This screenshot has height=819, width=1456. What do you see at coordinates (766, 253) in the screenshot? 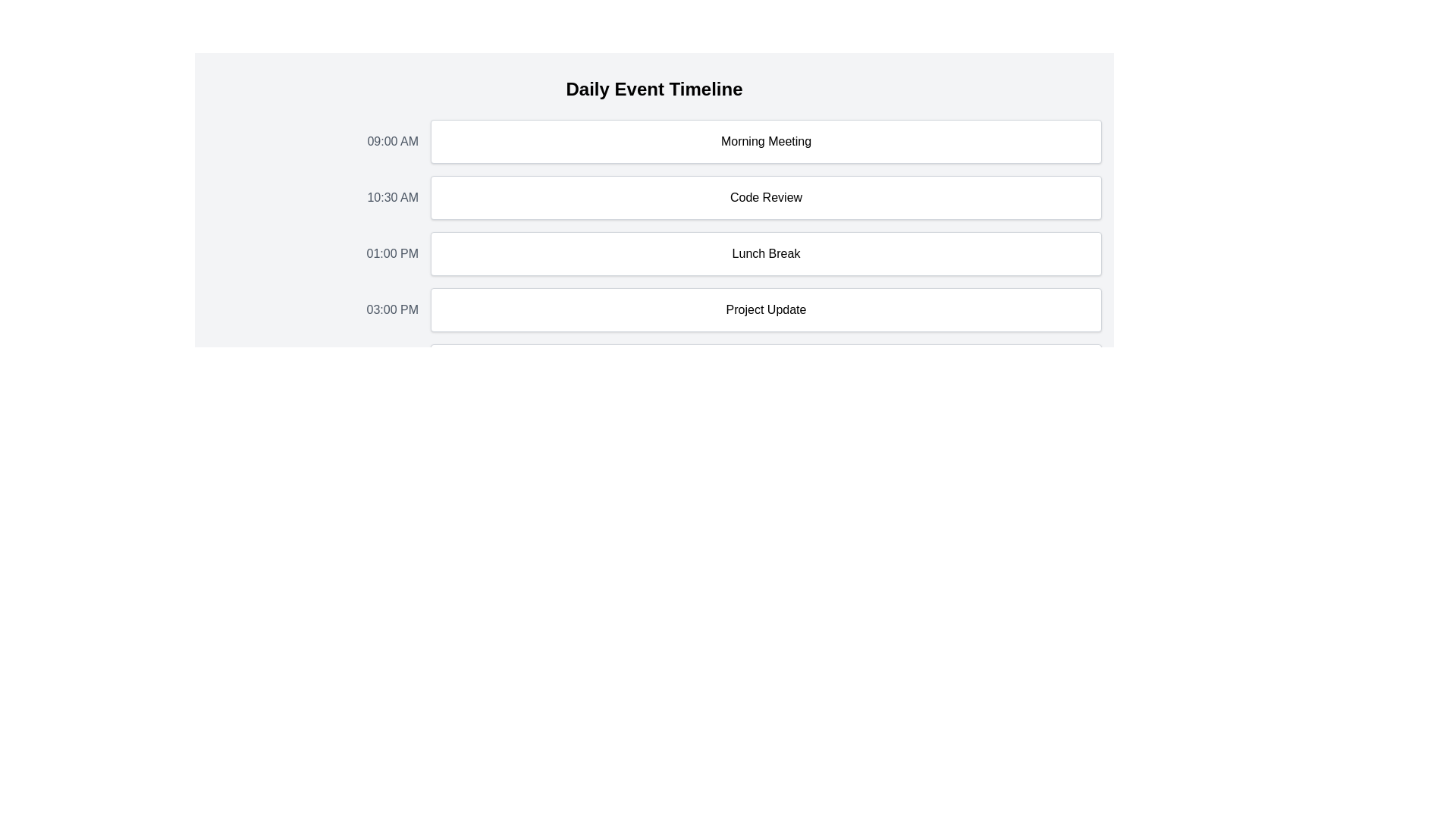
I see `the text content box labeled 'Lunch Break' that is centrally positioned within the vertical timeline interface, aligned to the right of the timestamp '01:00 PM'` at bounding box center [766, 253].